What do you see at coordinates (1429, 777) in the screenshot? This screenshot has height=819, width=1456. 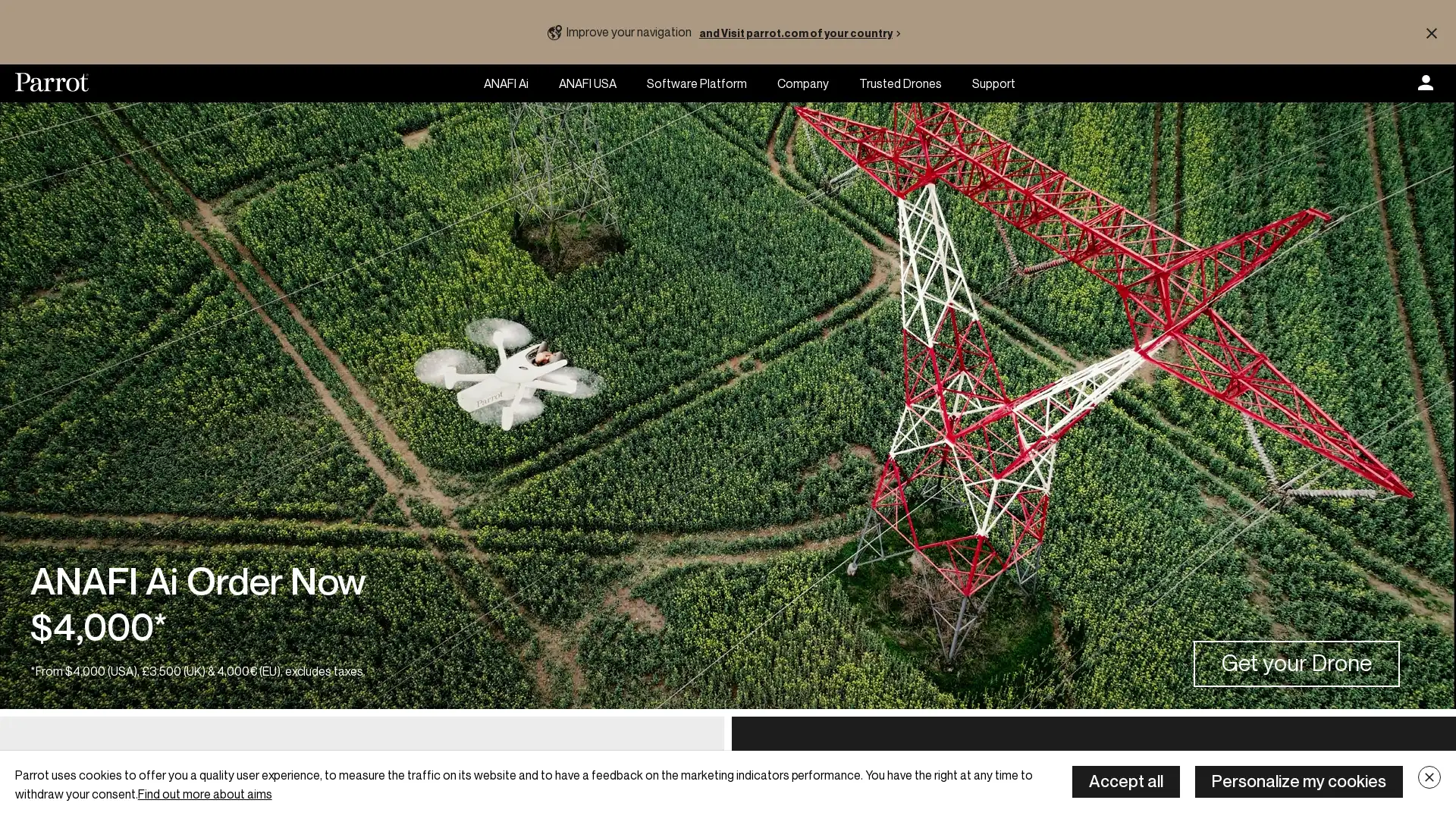 I see `close` at bounding box center [1429, 777].